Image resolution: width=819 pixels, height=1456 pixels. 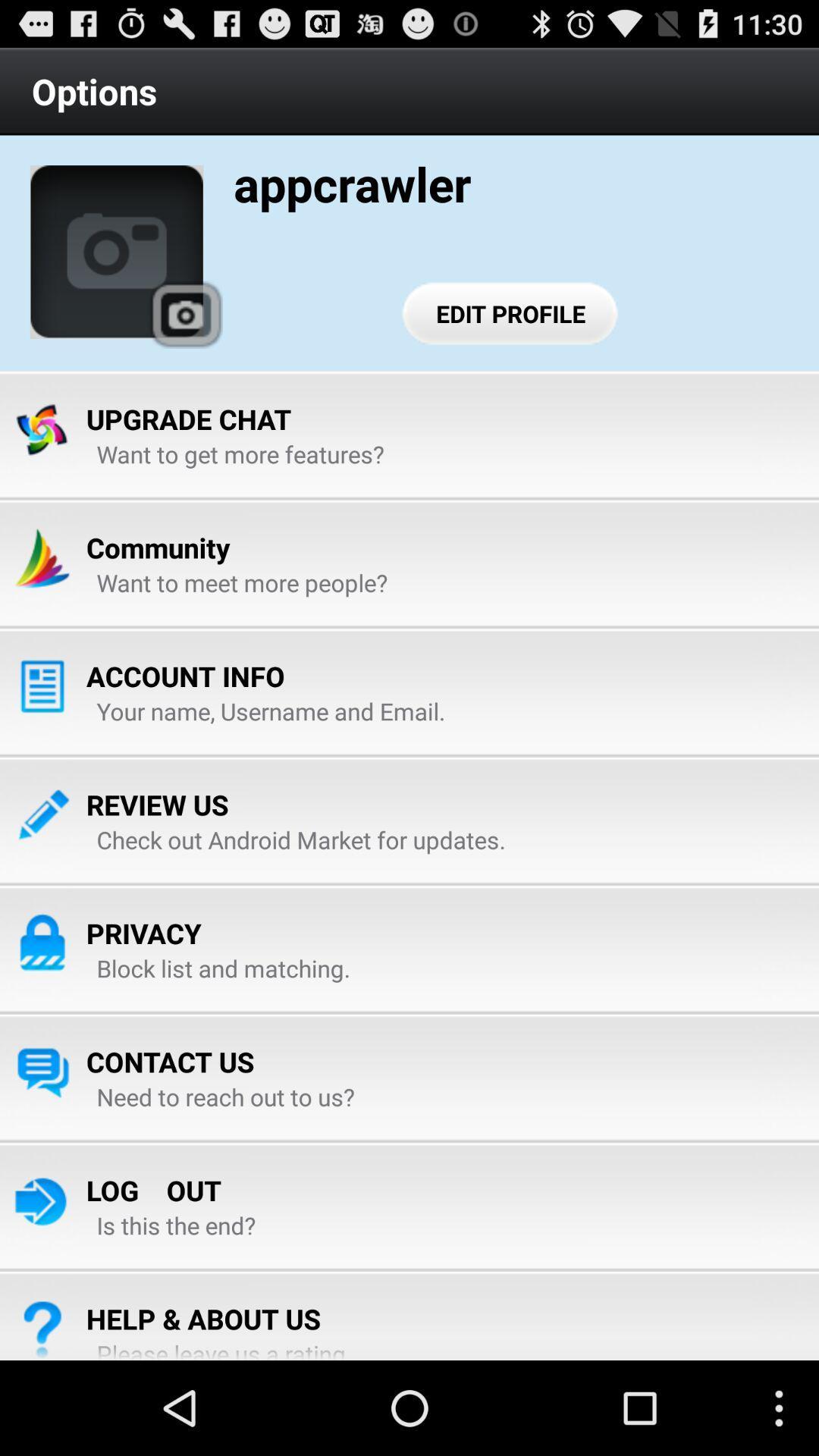 What do you see at coordinates (510, 312) in the screenshot?
I see `the item below appcrawler app` at bounding box center [510, 312].